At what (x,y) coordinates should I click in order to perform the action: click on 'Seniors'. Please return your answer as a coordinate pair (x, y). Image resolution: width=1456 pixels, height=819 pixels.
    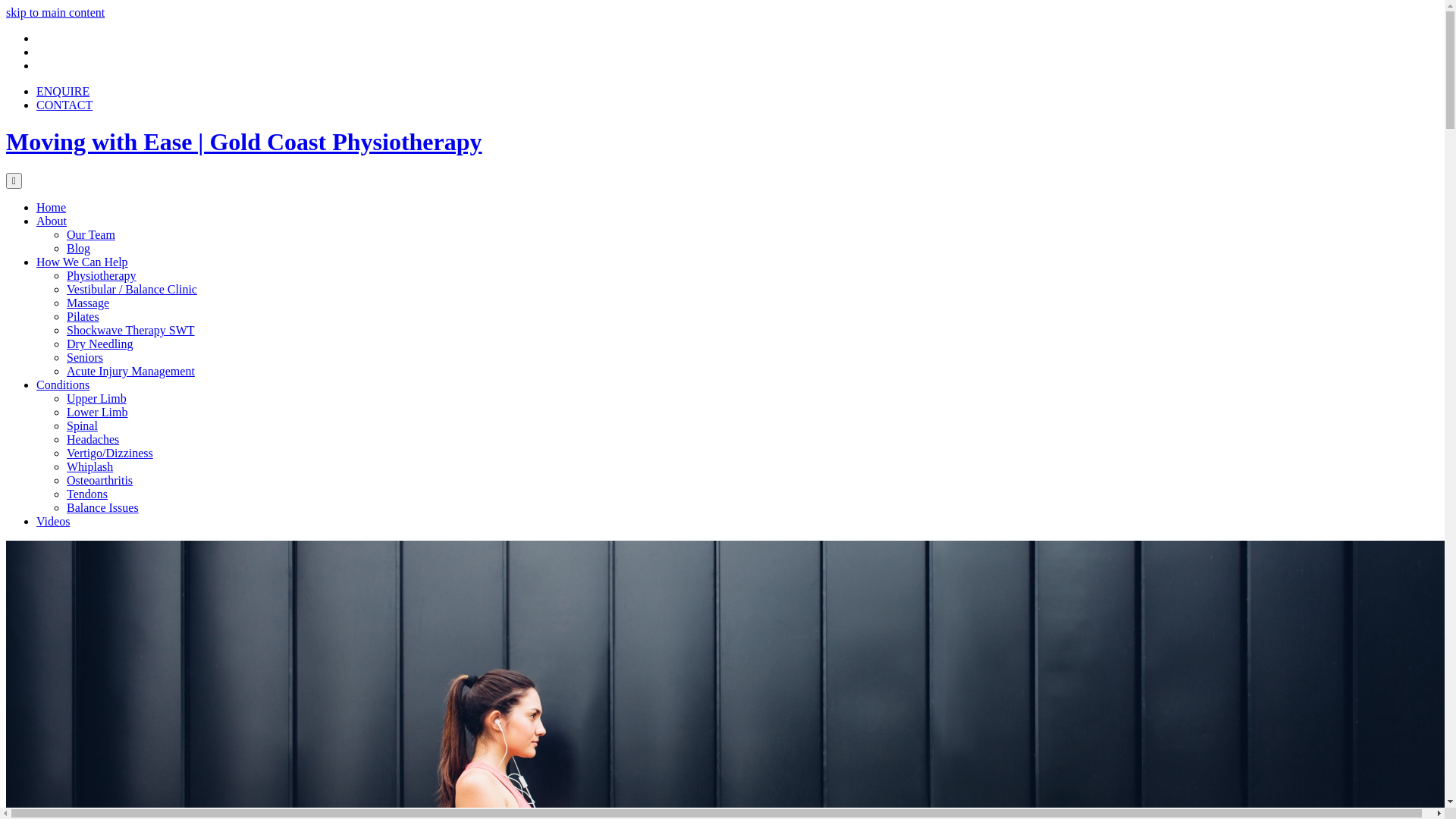
    Looking at the image, I should click on (83, 357).